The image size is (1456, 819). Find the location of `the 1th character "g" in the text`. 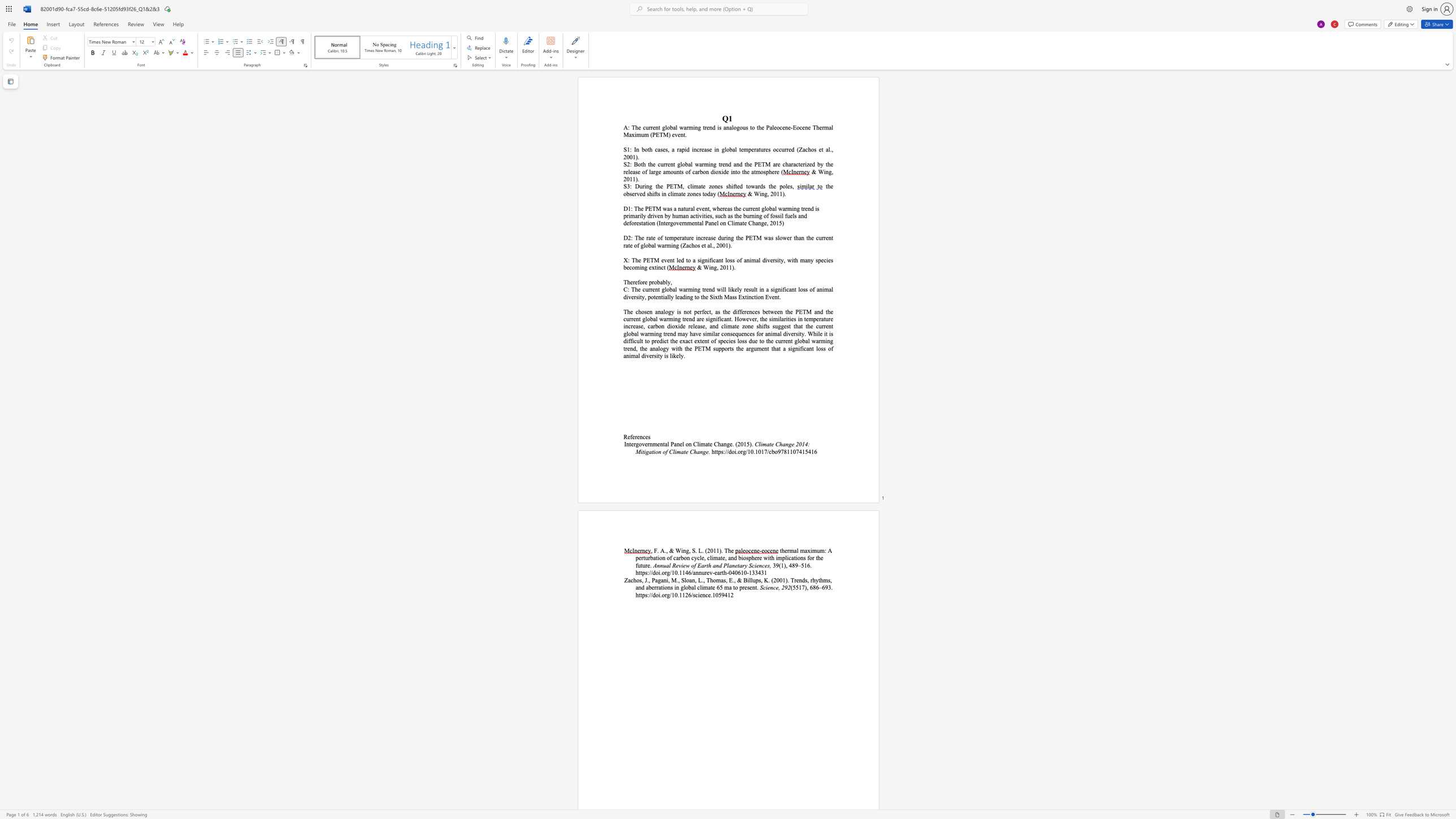

the 1th character "g" in the text is located at coordinates (650, 185).